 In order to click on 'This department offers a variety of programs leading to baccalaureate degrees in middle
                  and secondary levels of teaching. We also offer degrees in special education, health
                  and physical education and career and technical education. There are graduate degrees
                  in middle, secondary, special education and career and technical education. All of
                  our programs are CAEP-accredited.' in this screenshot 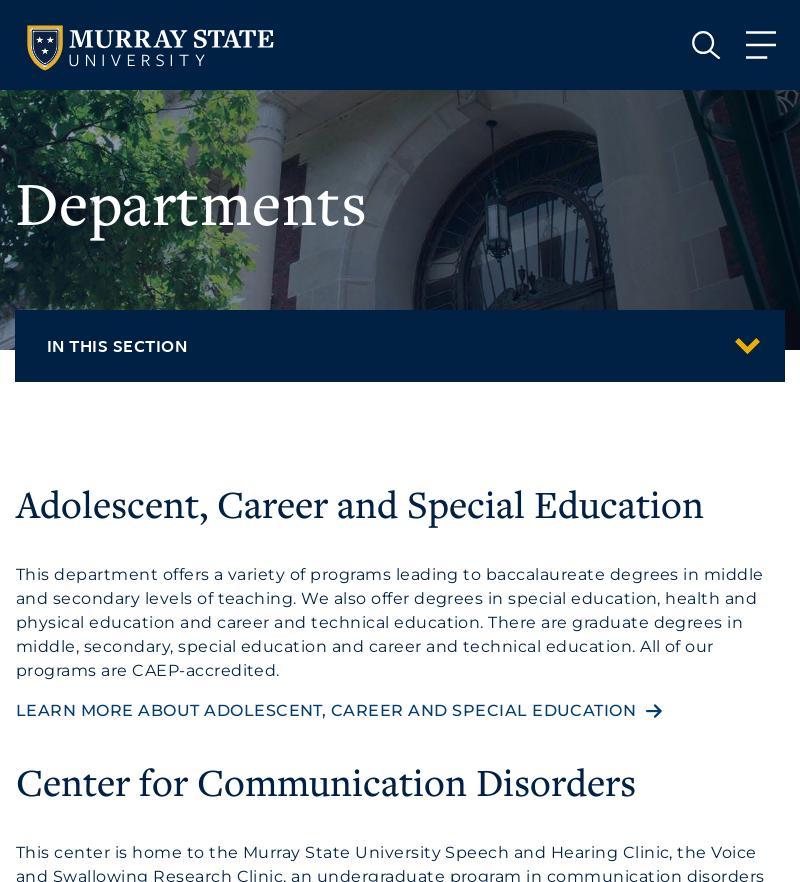, I will do `click(16, 620)`.